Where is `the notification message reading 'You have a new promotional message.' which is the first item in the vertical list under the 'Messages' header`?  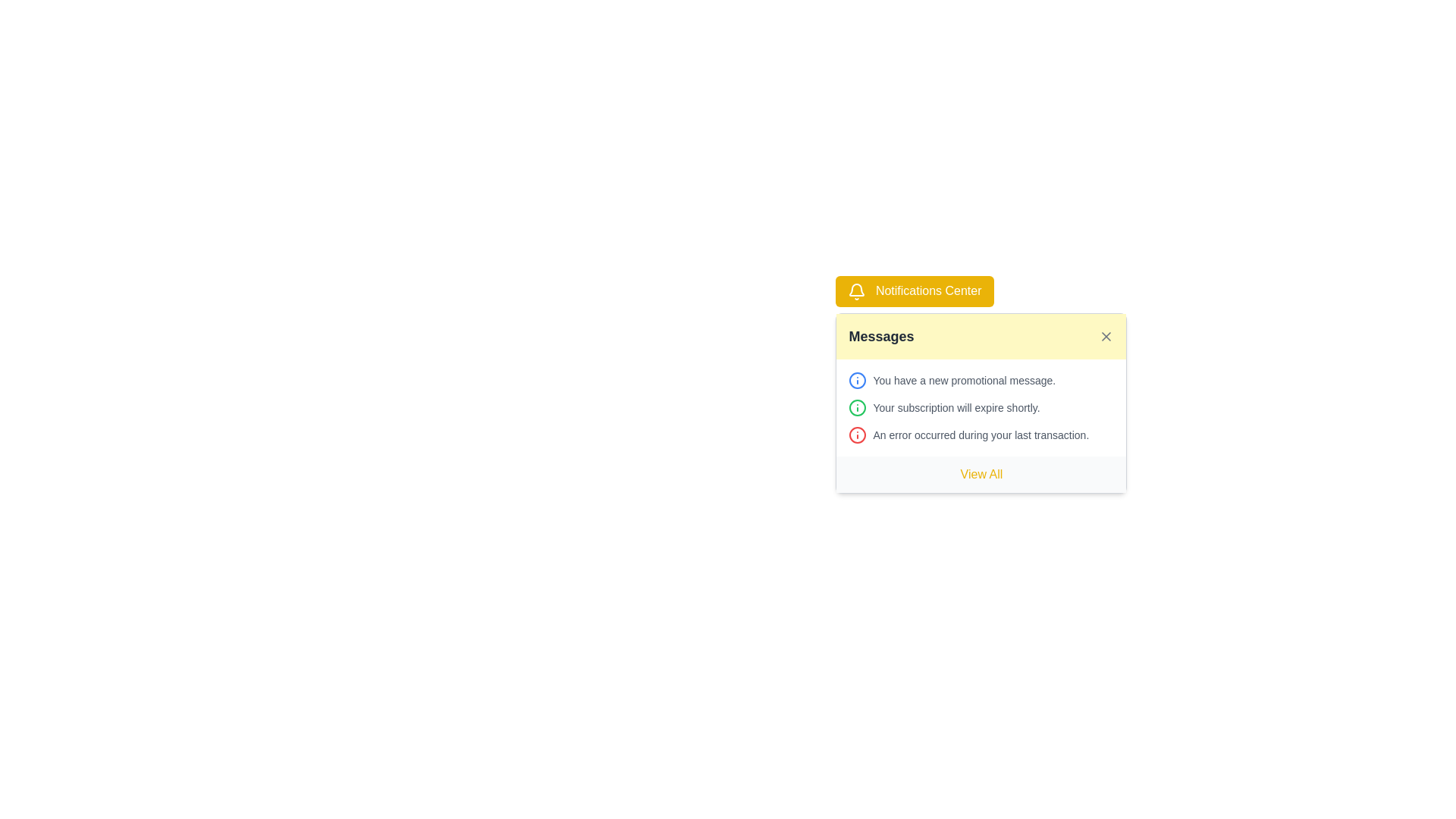 the notification message reading 'You have a new promotional message.' which is the first item in the vertical list under the 'Messages' header is located at coordinates (963, 379).